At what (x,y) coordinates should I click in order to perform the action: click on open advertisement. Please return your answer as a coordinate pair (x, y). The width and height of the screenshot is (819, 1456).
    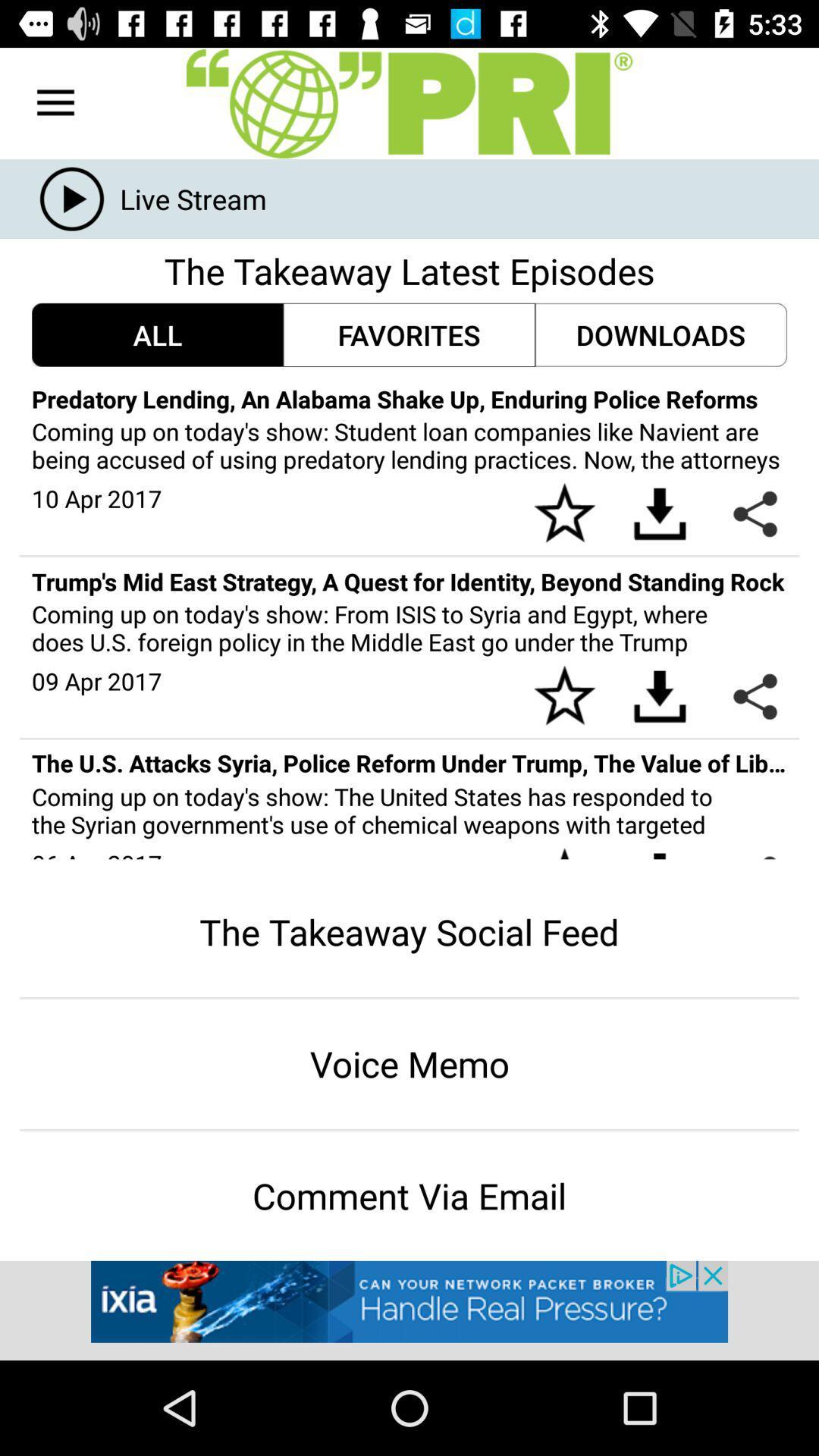
    Looking at the image, I should click on (409, 1310).